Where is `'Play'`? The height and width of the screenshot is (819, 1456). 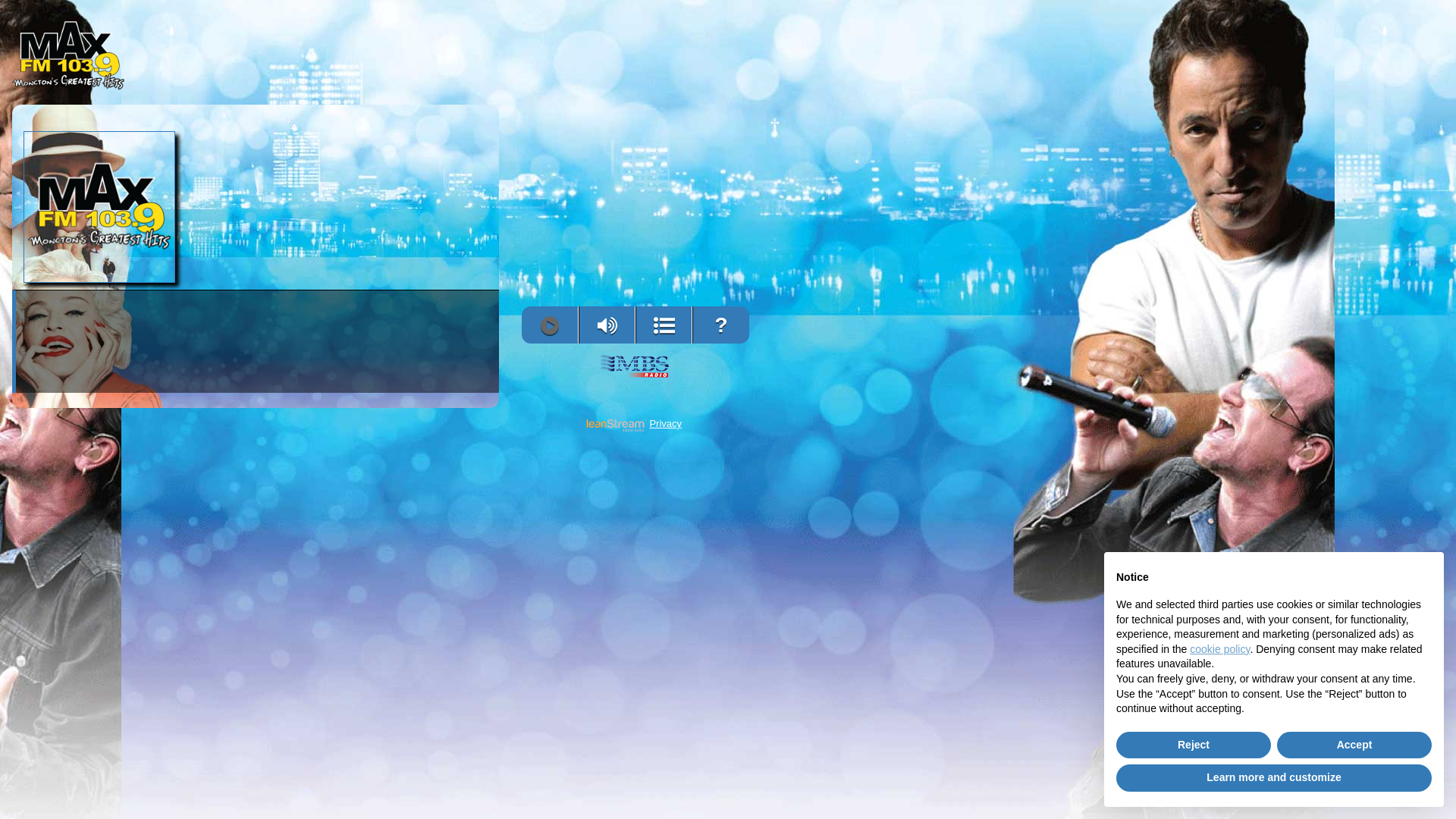 'Play' is located at coordinates (548, 325).